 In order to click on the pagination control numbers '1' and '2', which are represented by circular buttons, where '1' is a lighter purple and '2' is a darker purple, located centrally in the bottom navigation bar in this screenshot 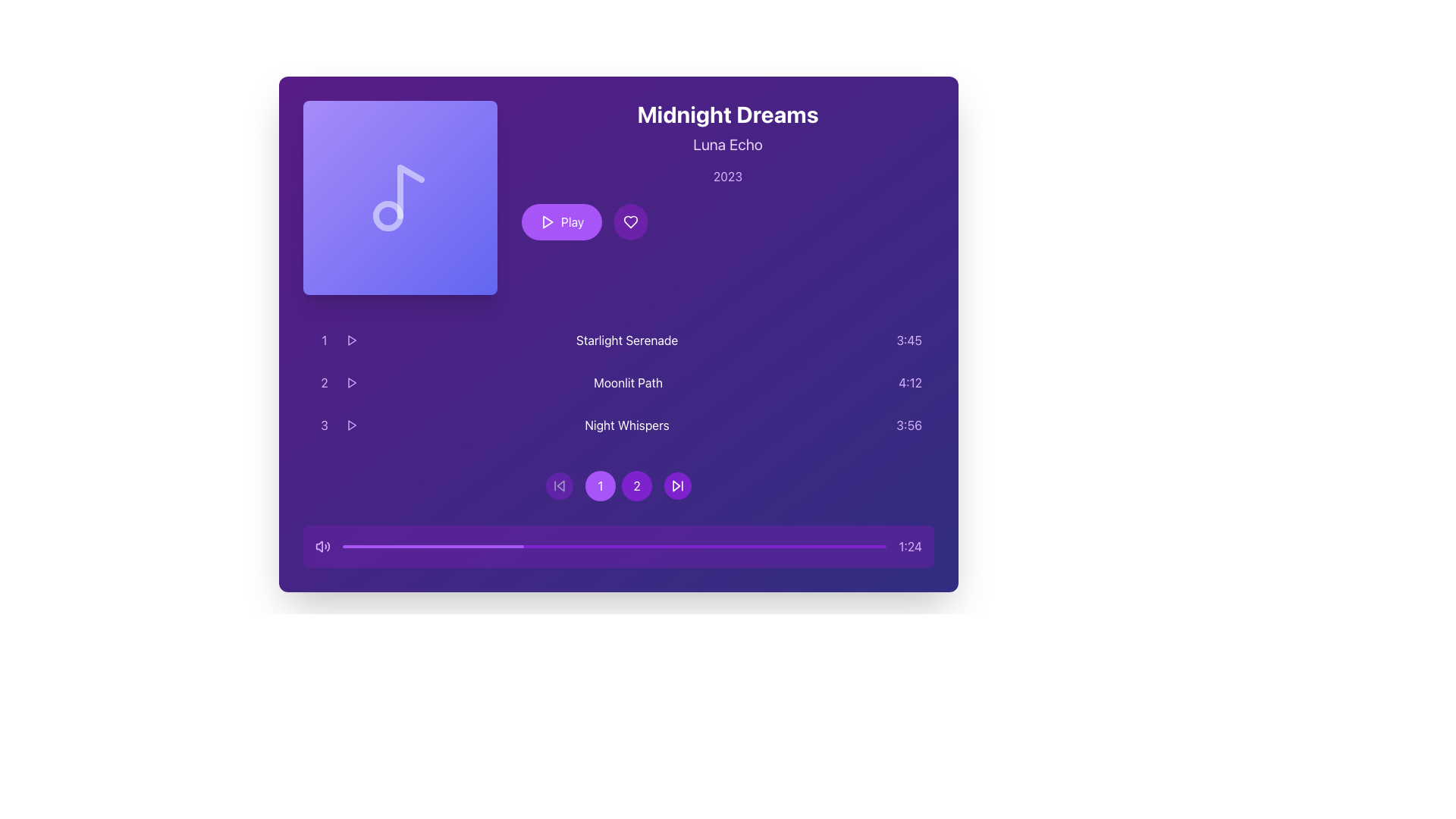, I will do `click(619, 485)`.